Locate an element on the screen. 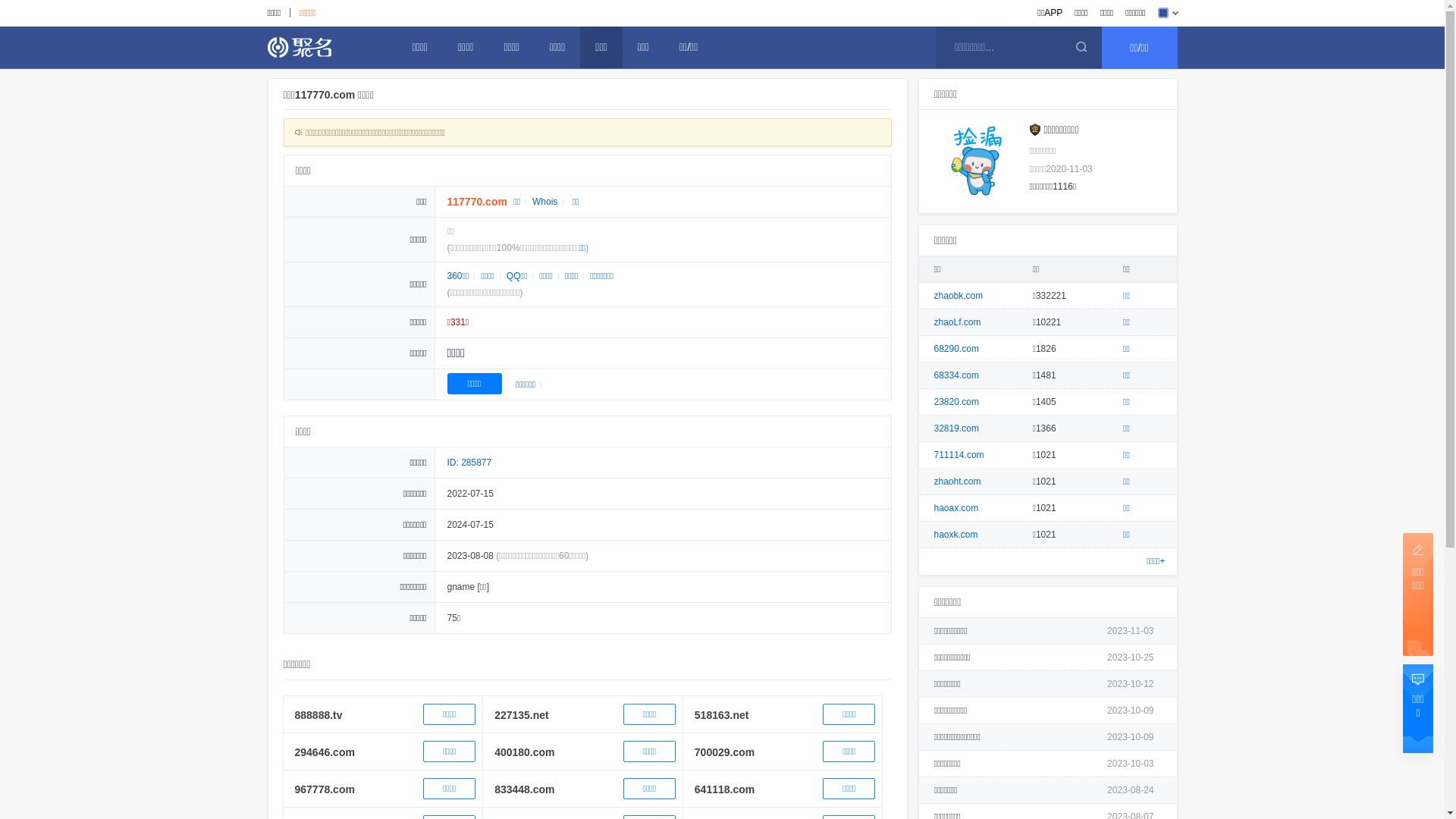  'haoax.com' is located at coordinates (934, 508).